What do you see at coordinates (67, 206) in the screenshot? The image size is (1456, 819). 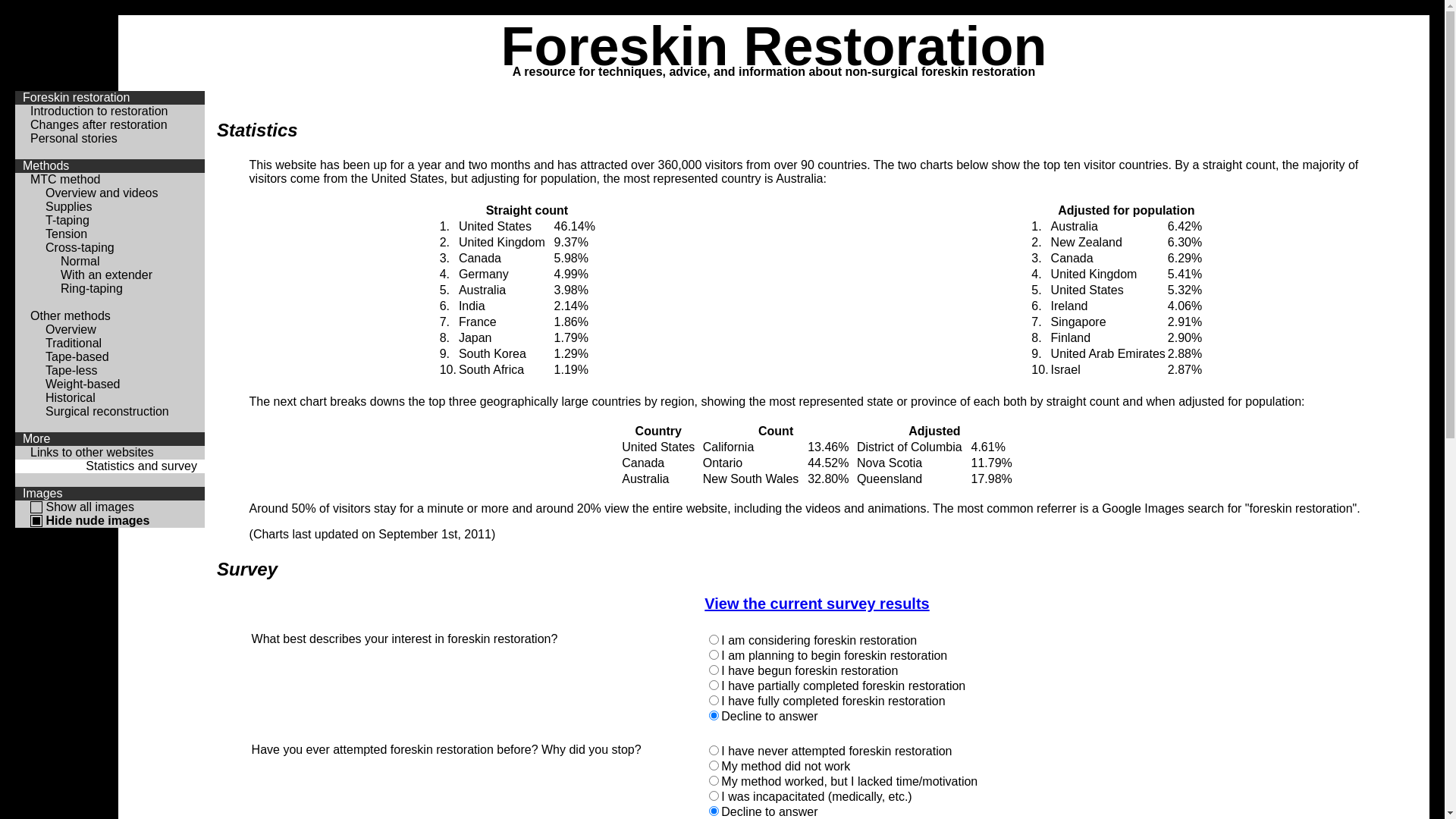 I see `'Supplies'` at bounding box center [67, 206].